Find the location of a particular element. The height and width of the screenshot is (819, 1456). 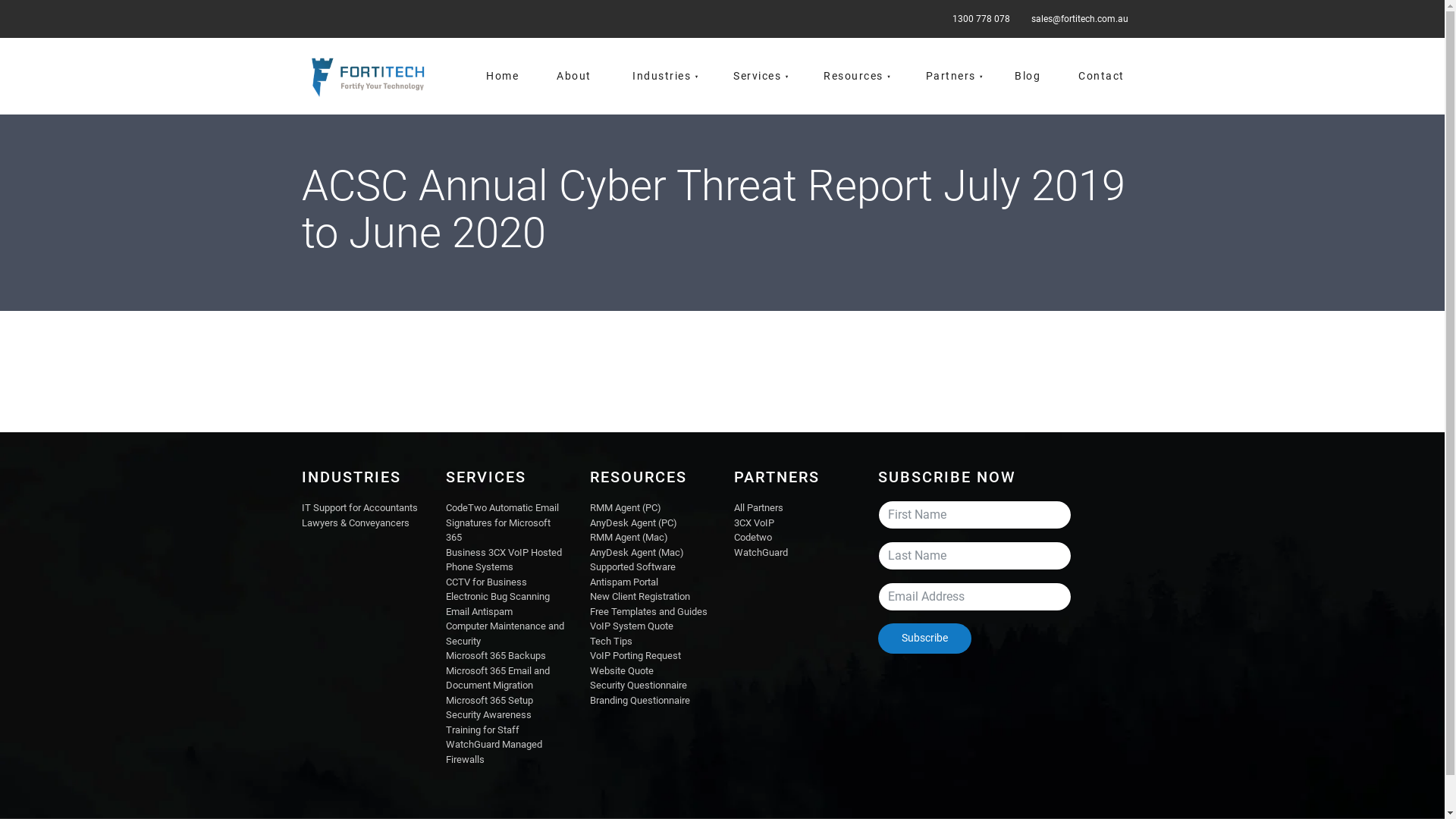

'Codetwo' is located at coordinates (753, 536).